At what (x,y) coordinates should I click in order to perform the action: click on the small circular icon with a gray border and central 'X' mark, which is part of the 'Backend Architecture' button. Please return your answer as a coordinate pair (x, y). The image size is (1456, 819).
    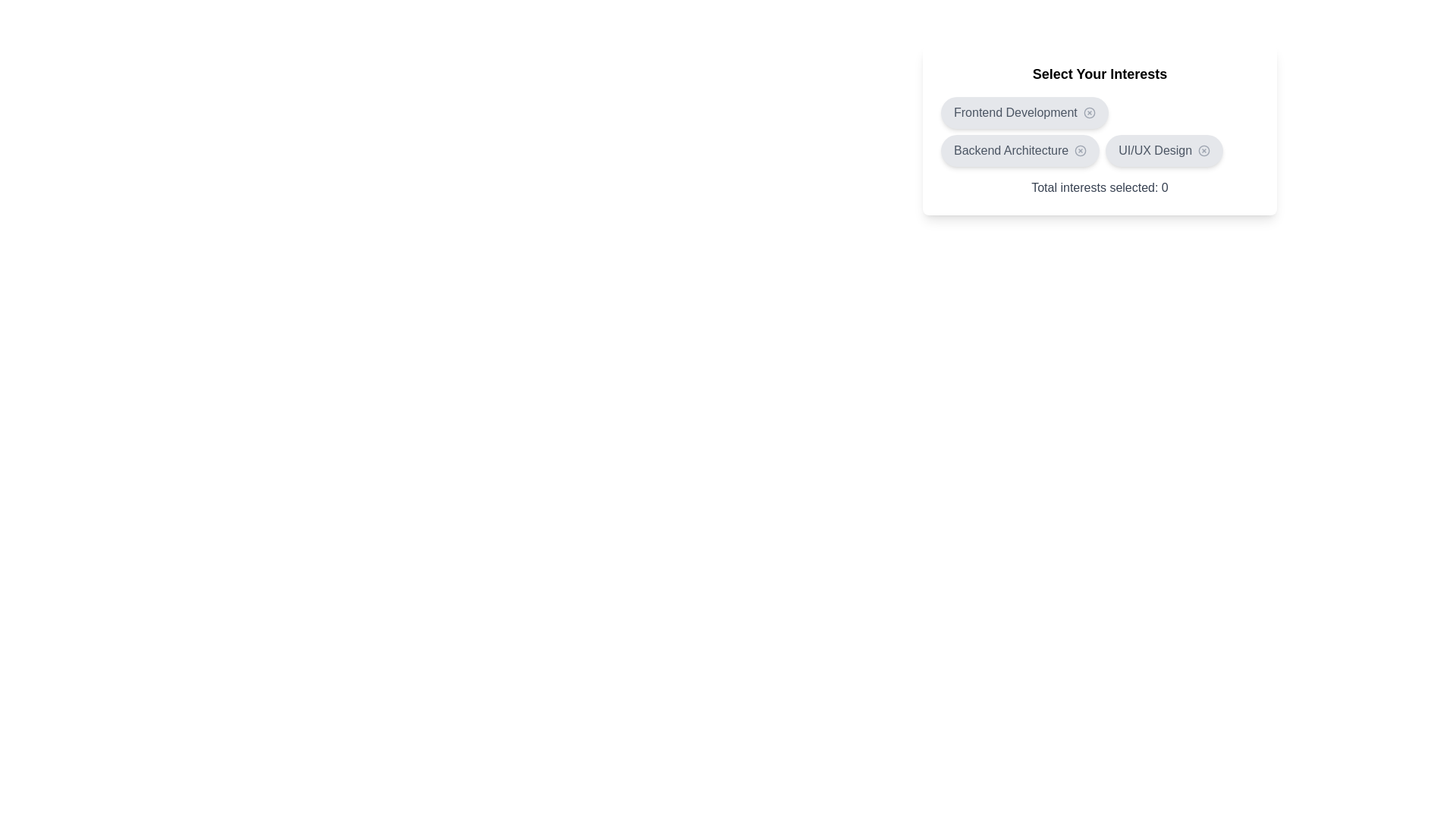
    Looking at the image, I should click on (1080, 151).